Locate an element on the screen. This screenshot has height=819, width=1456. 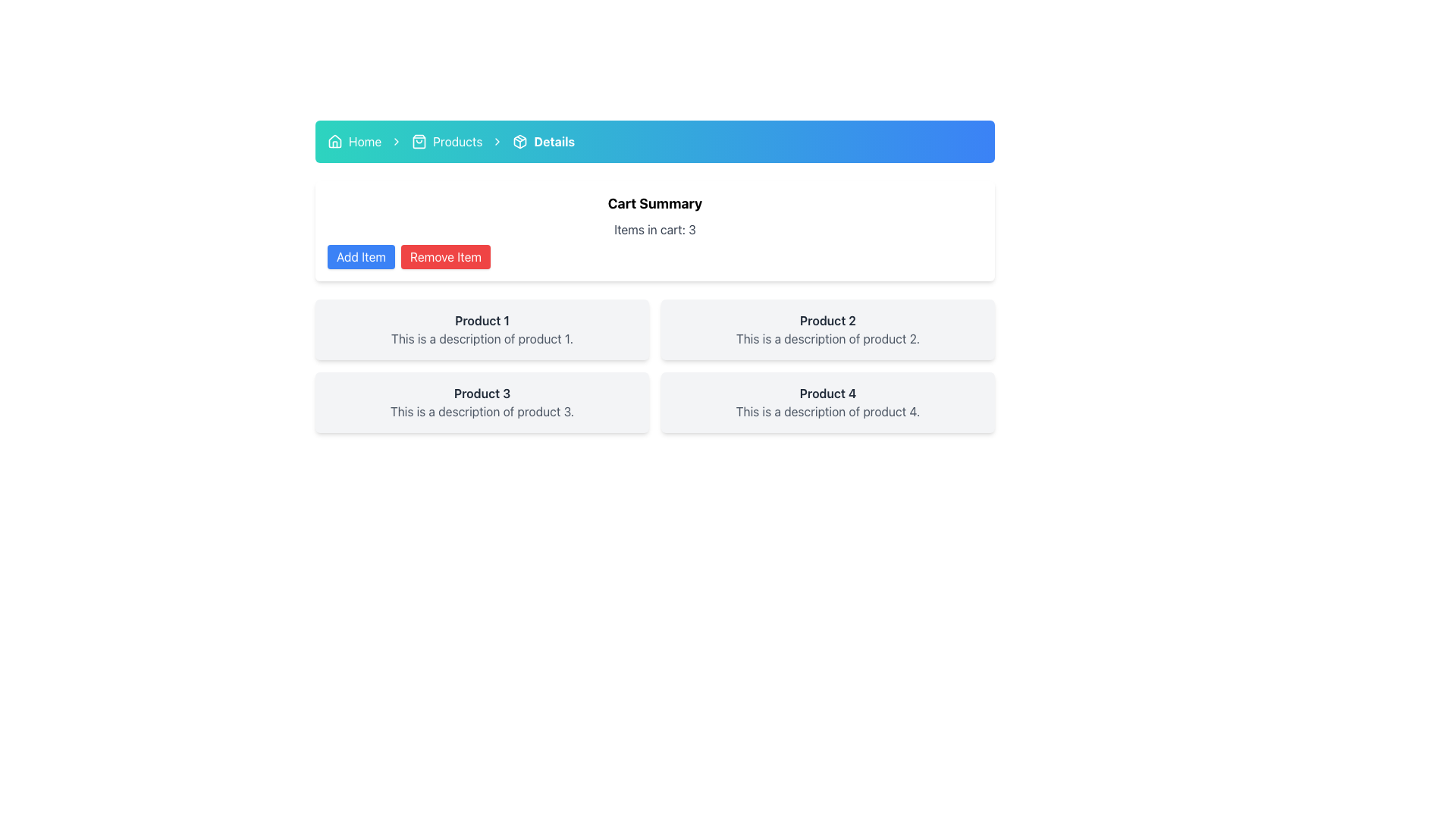
the text label displaying 'Products' in the breadcrumb navigation bar, which is styled in white font against a teal background is located at coordinates (457, 141).